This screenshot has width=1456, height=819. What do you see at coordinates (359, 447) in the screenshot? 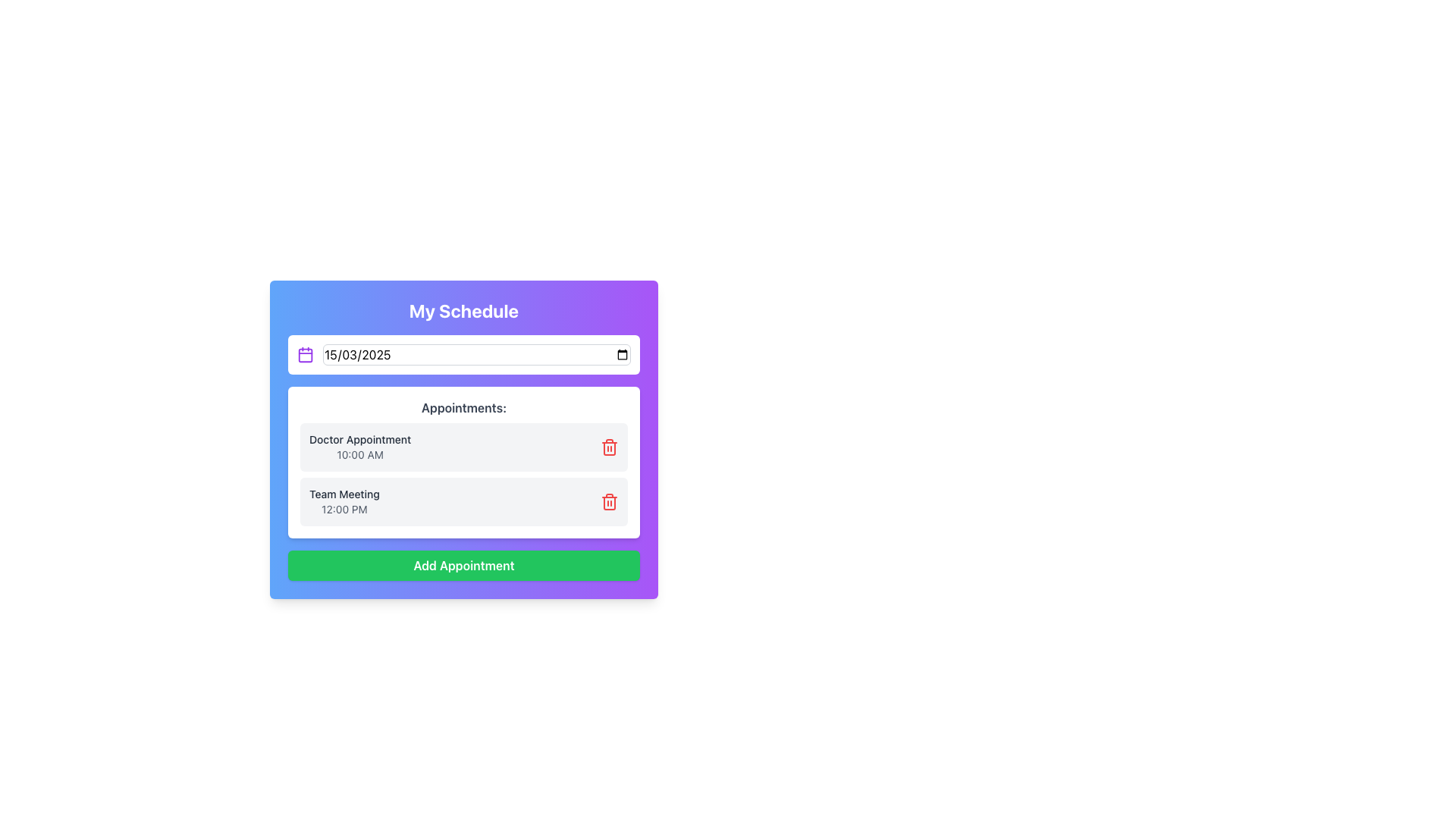
I see `the text label titled 'Doctor Appointment' that displays the time '10:00 AM', which is positioned within a light-gray background panel near the top-left corner of the appointment block` at bounding box center [359, 447].